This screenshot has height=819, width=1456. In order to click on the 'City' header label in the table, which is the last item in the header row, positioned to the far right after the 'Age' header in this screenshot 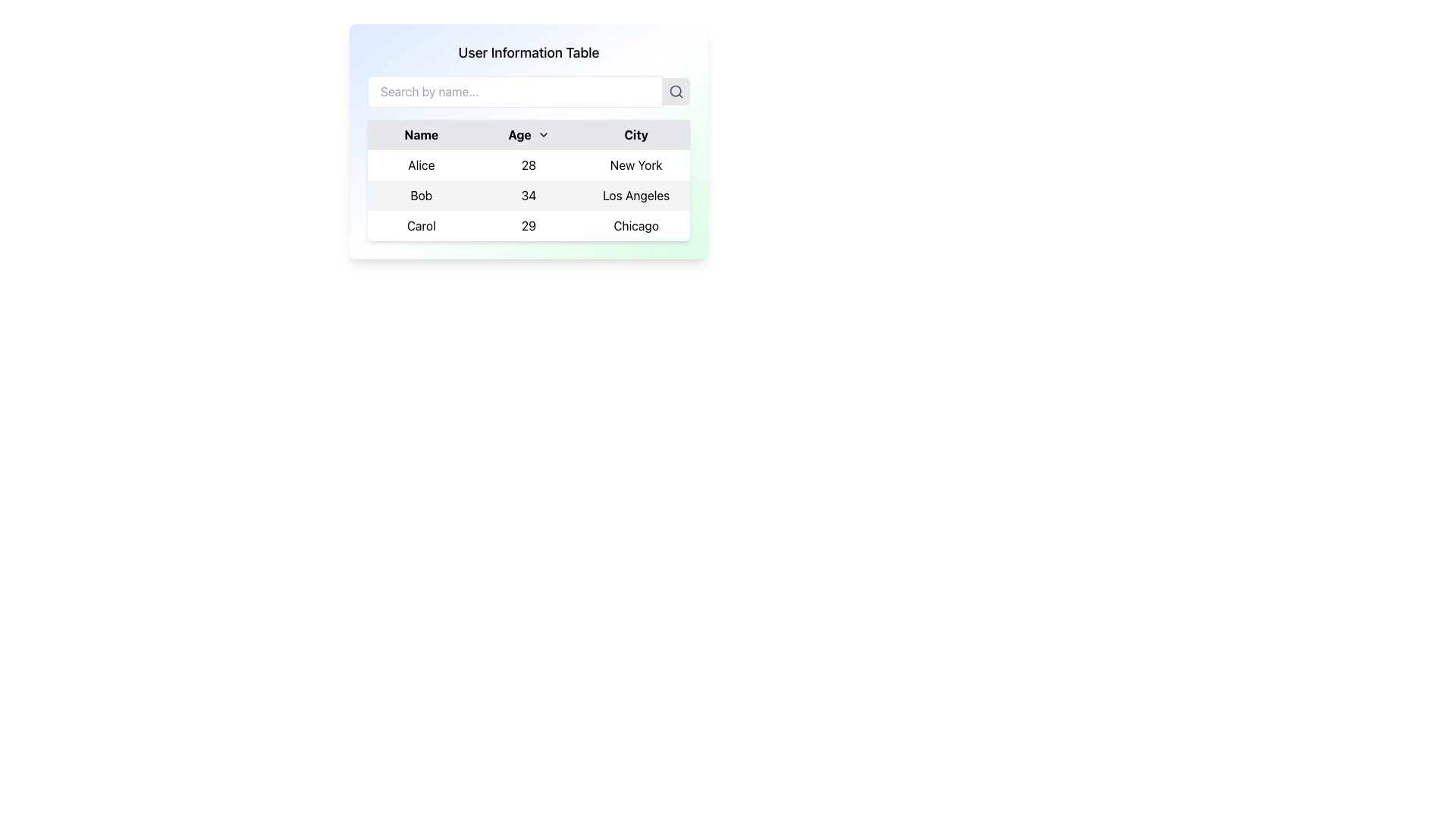, I will do `click(636, 133)`.